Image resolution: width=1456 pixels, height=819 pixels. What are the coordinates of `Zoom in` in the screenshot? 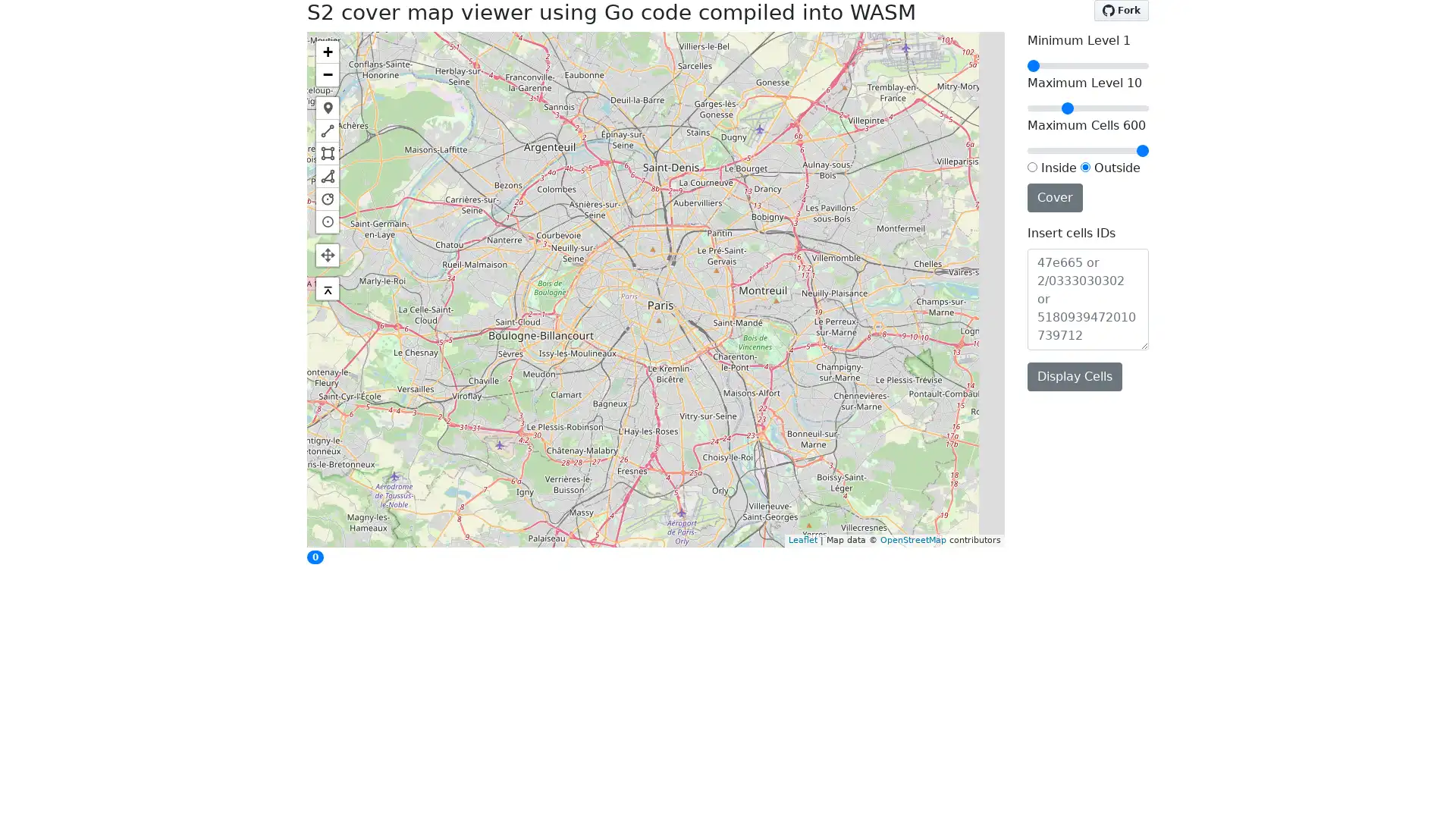 It's located at (327, 51).